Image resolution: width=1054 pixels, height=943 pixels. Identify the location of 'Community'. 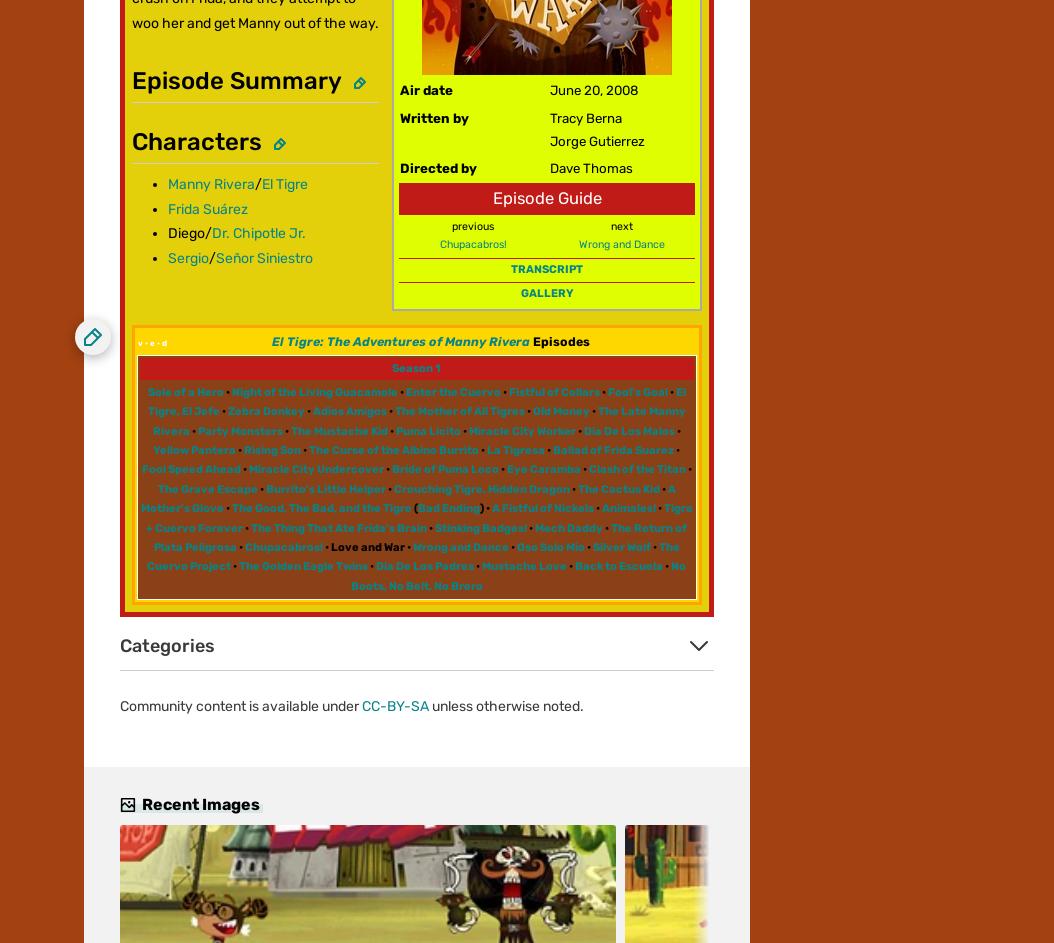
(121, 38).